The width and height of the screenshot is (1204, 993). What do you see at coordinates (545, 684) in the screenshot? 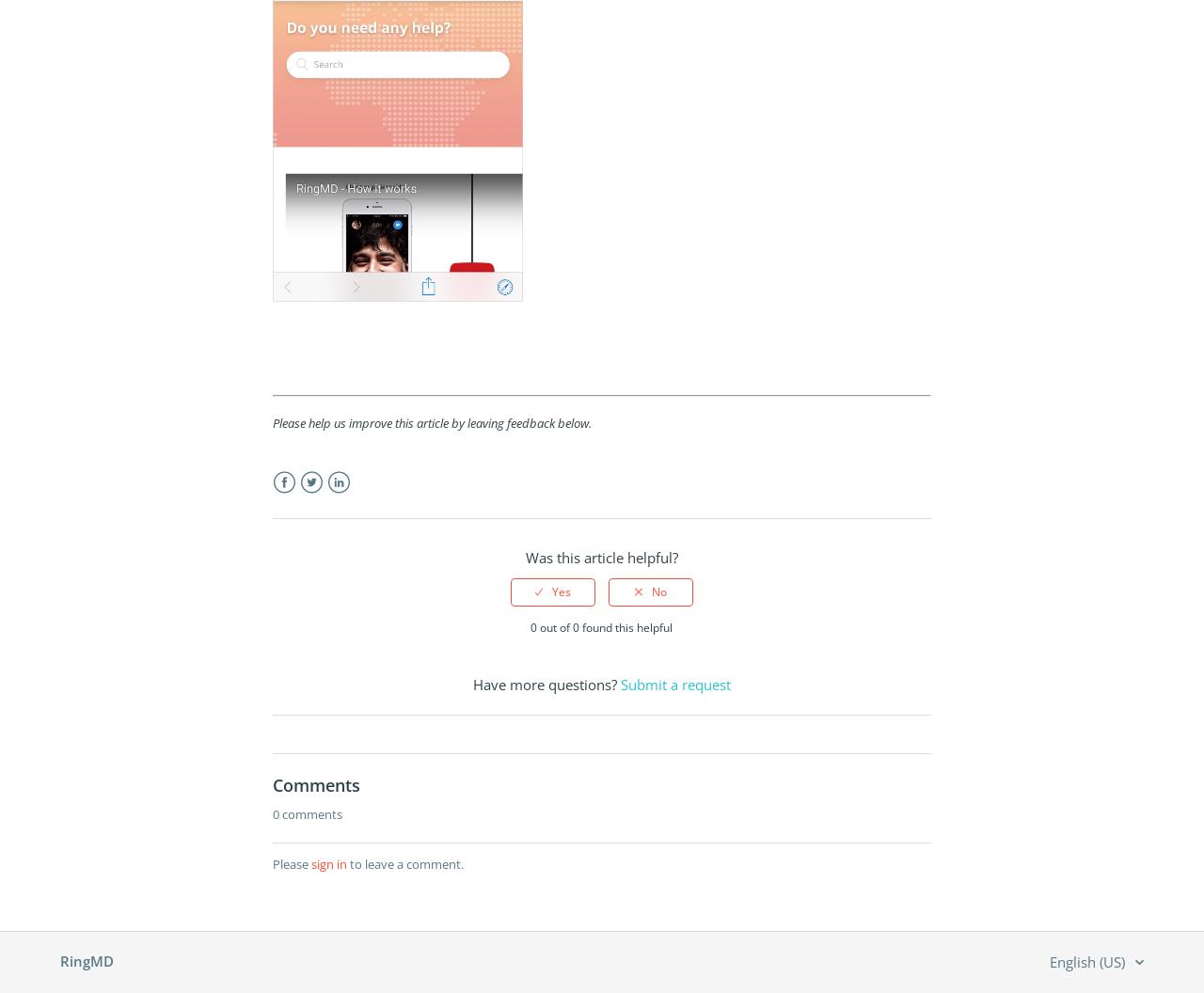
I see `'Have more questions?'` at bounding box center [545, 684].